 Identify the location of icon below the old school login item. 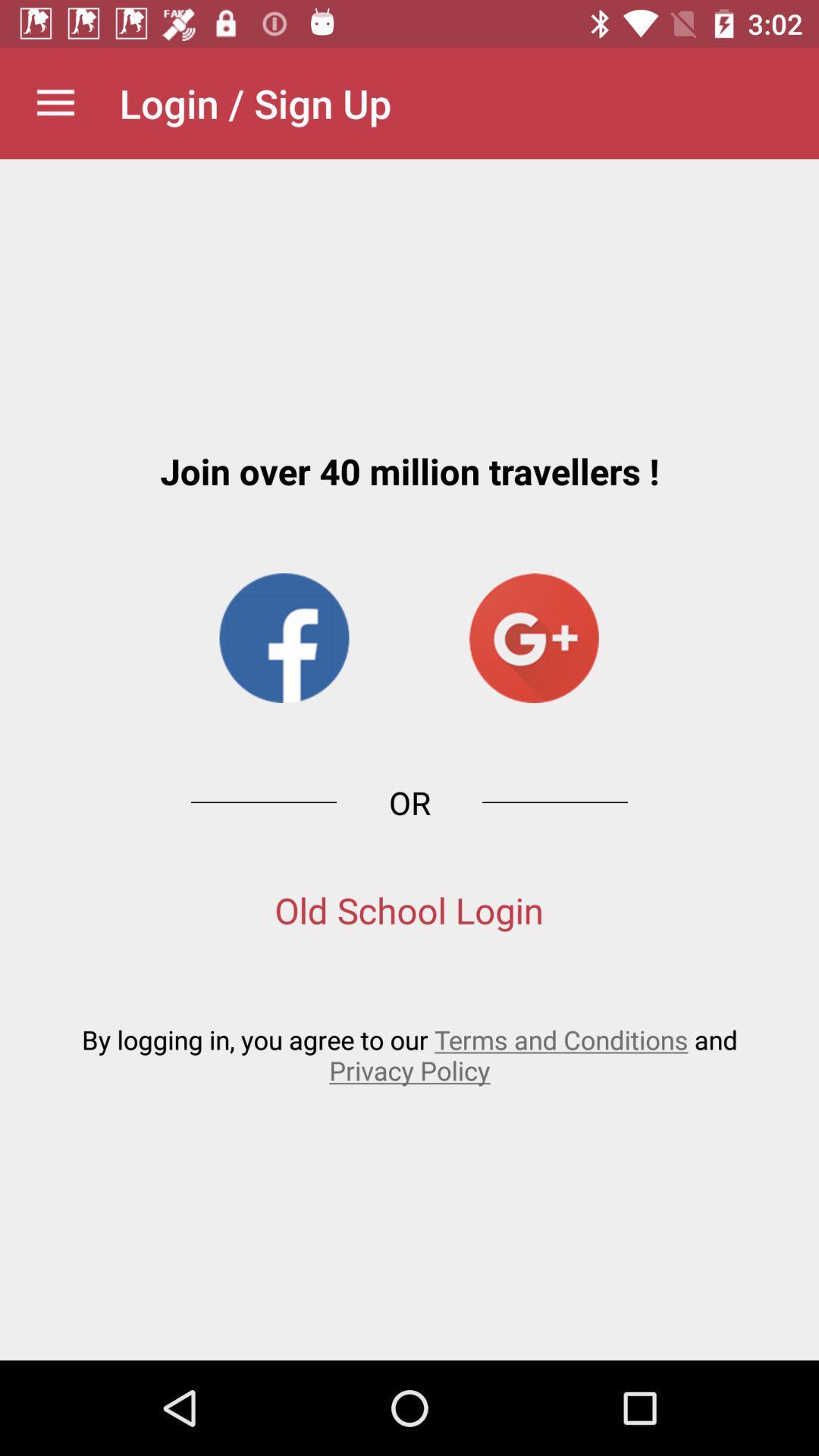
(409, 1054).